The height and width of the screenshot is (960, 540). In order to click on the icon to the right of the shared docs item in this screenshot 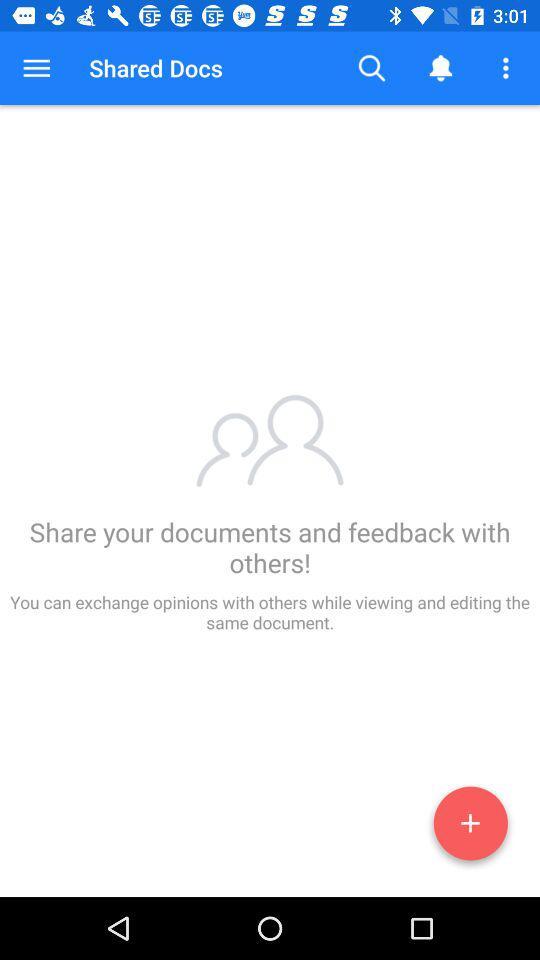, I will do `click(372, 68)`.